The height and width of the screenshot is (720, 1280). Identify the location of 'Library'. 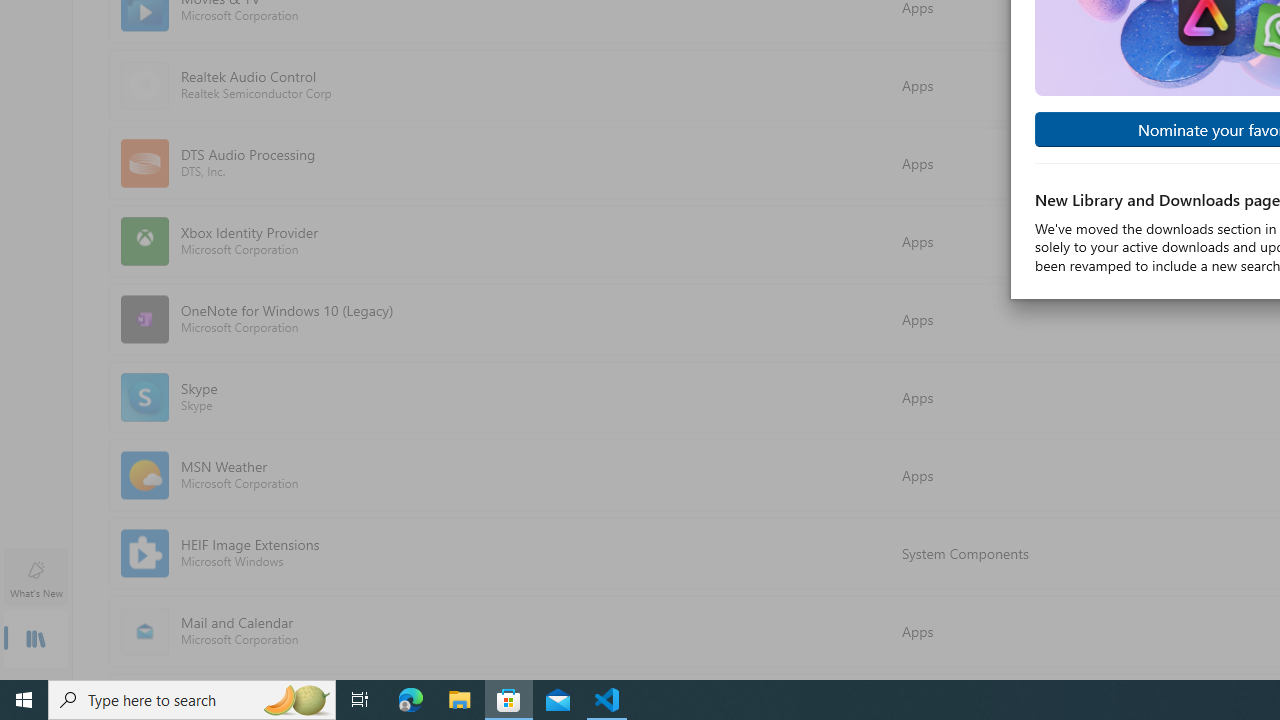
(35, 640).